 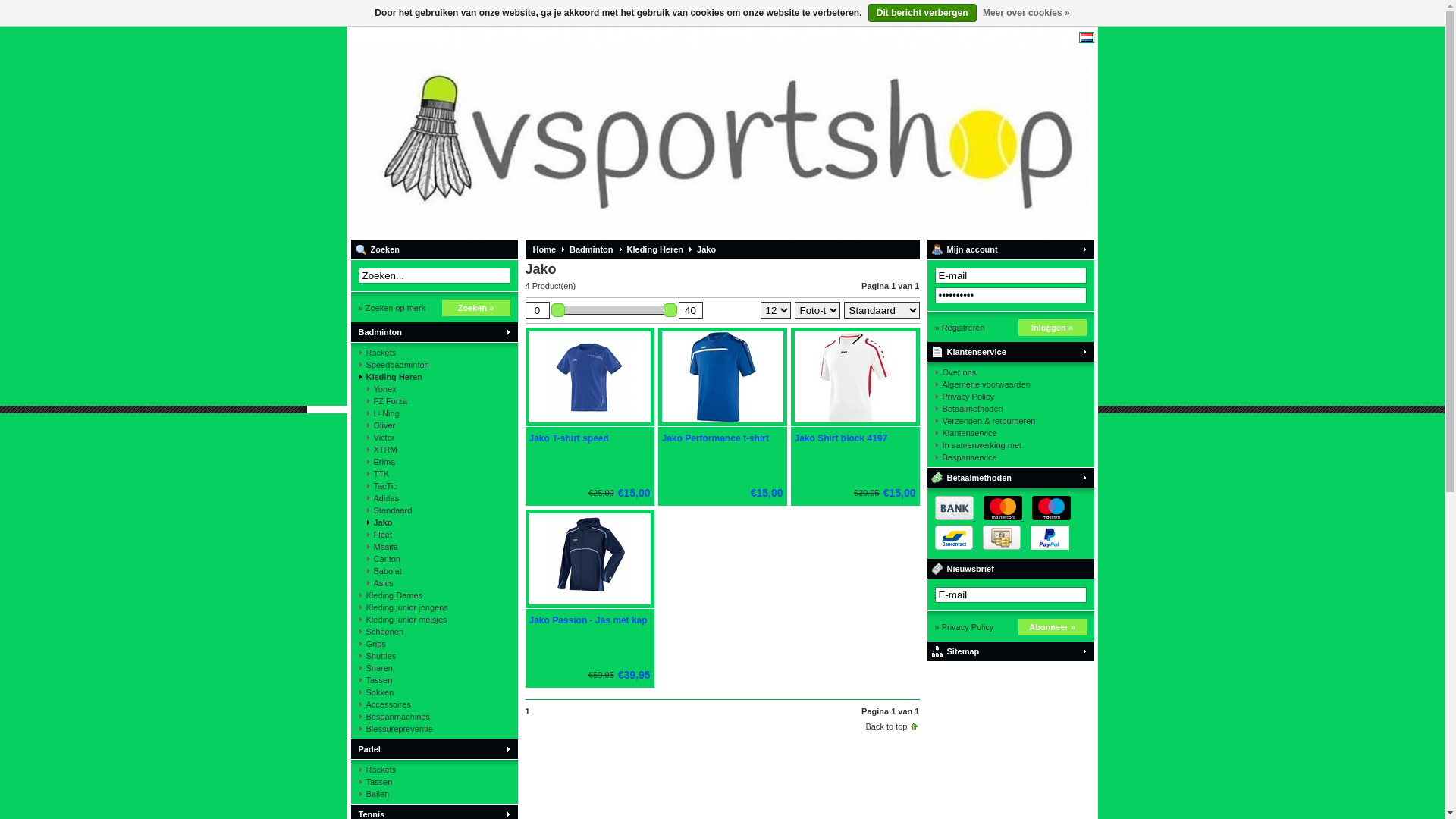 I want to click on 'Dit bericht verbergen', so click(x=921, y=12).